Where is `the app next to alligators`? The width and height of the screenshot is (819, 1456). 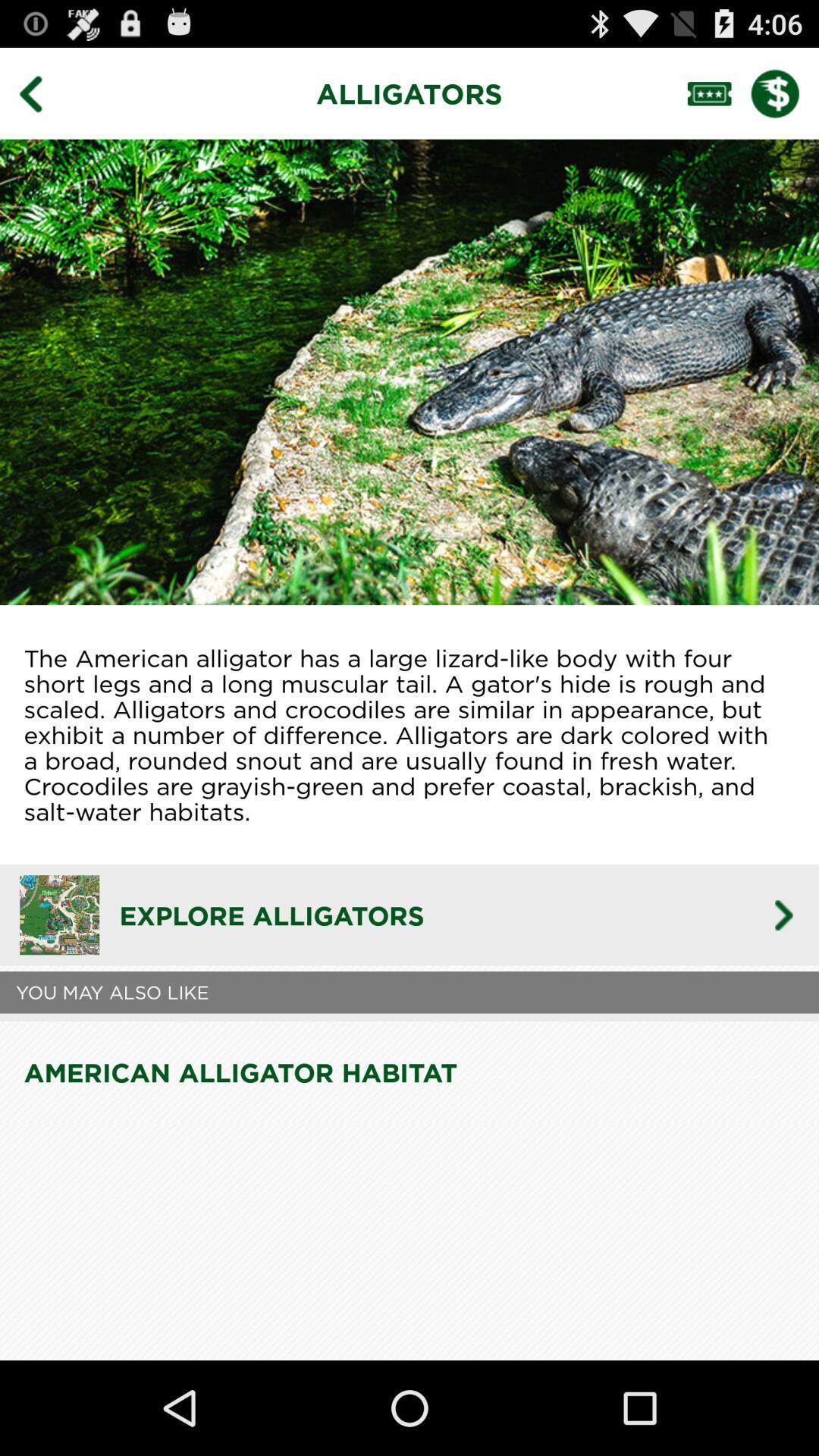 the app next to alligators is located at coordinates (41, 93).